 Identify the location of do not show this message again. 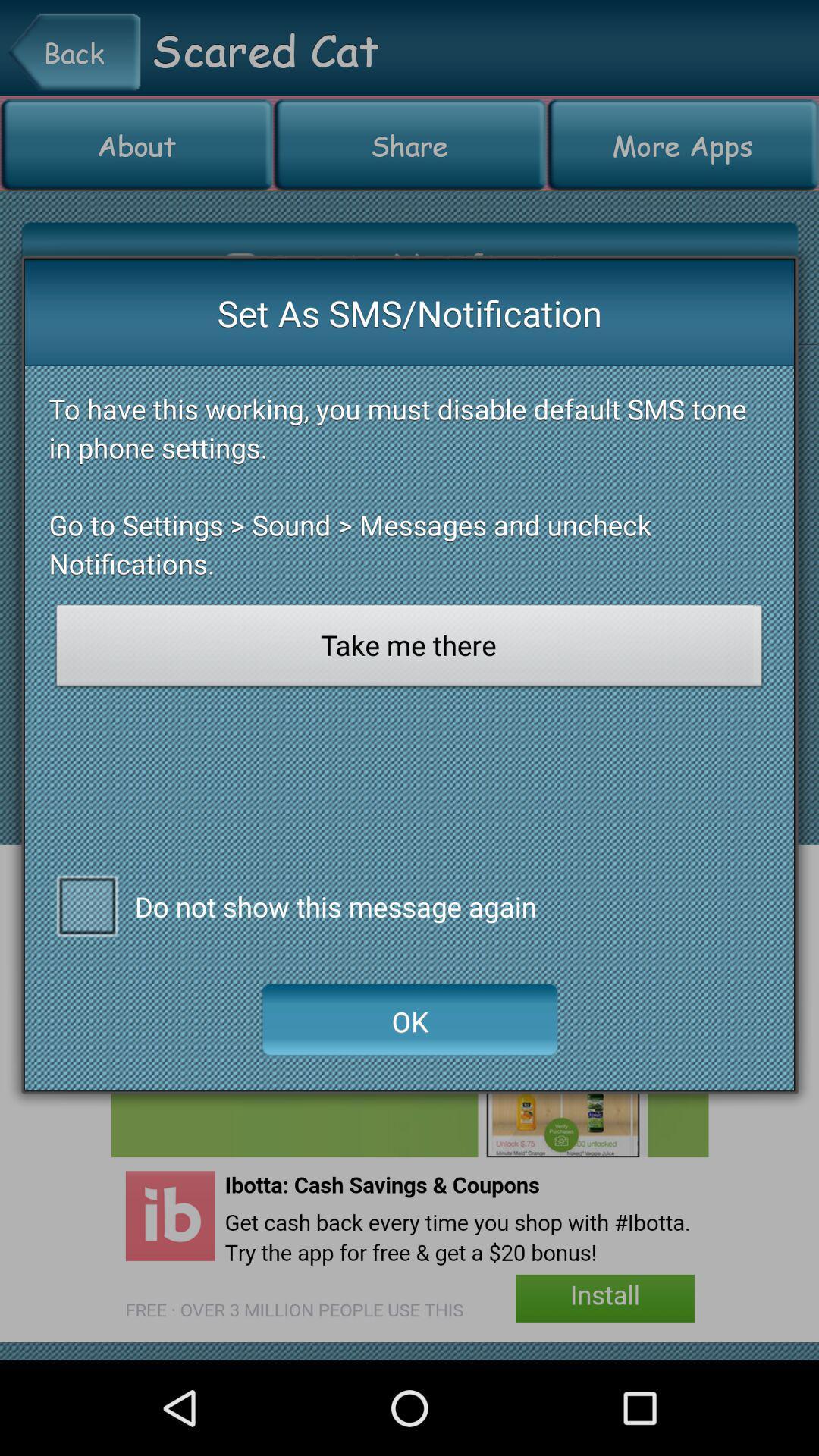
(86, 905).